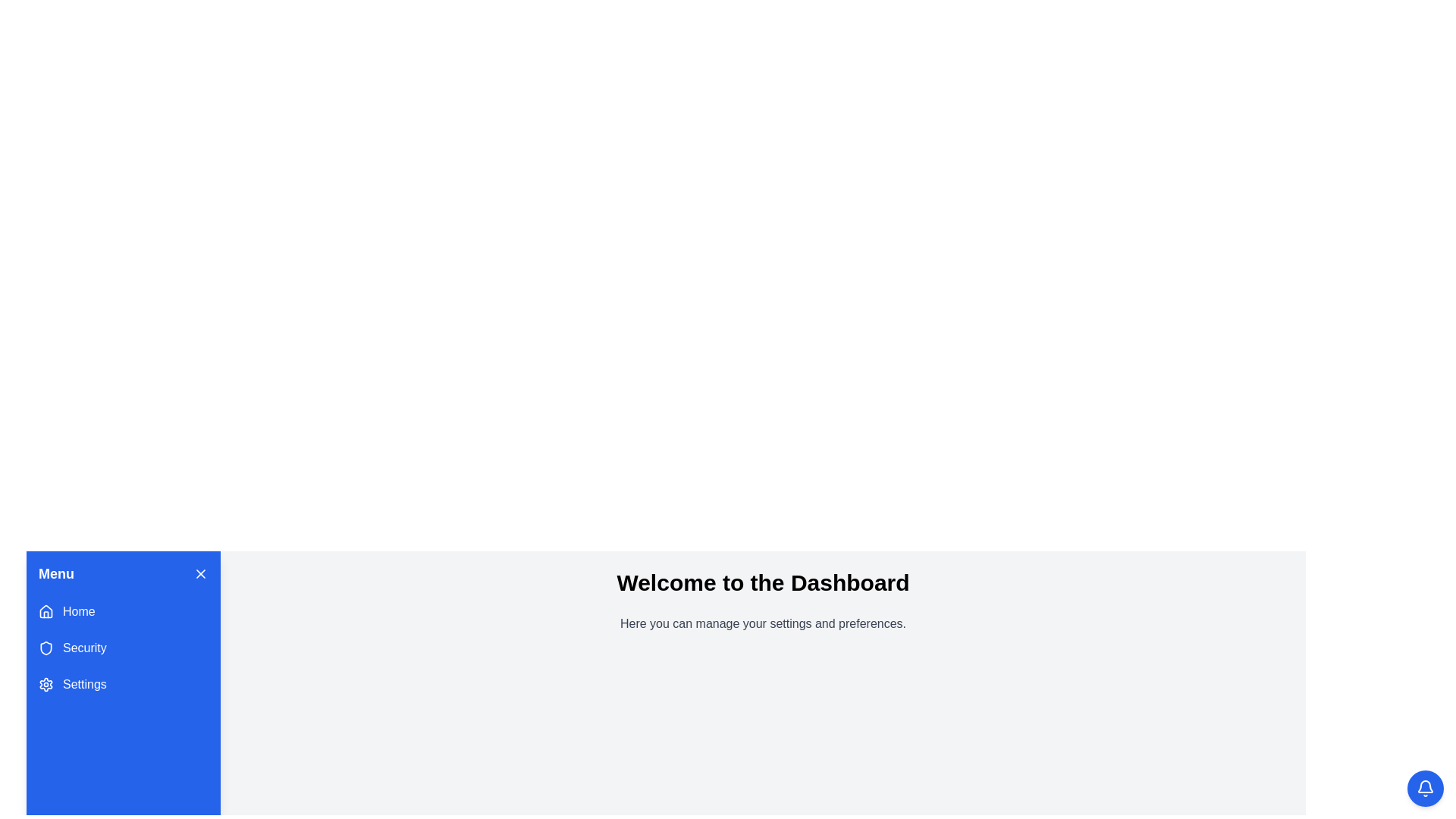 The height and width of the screenshot is (819, 1456). Describe the element at coordinates (763, 582) in the screenshot. I see `the prominent Text header that welcomes users to the dashboard, positioned at the top of the content section and centered horizontally` at that location.